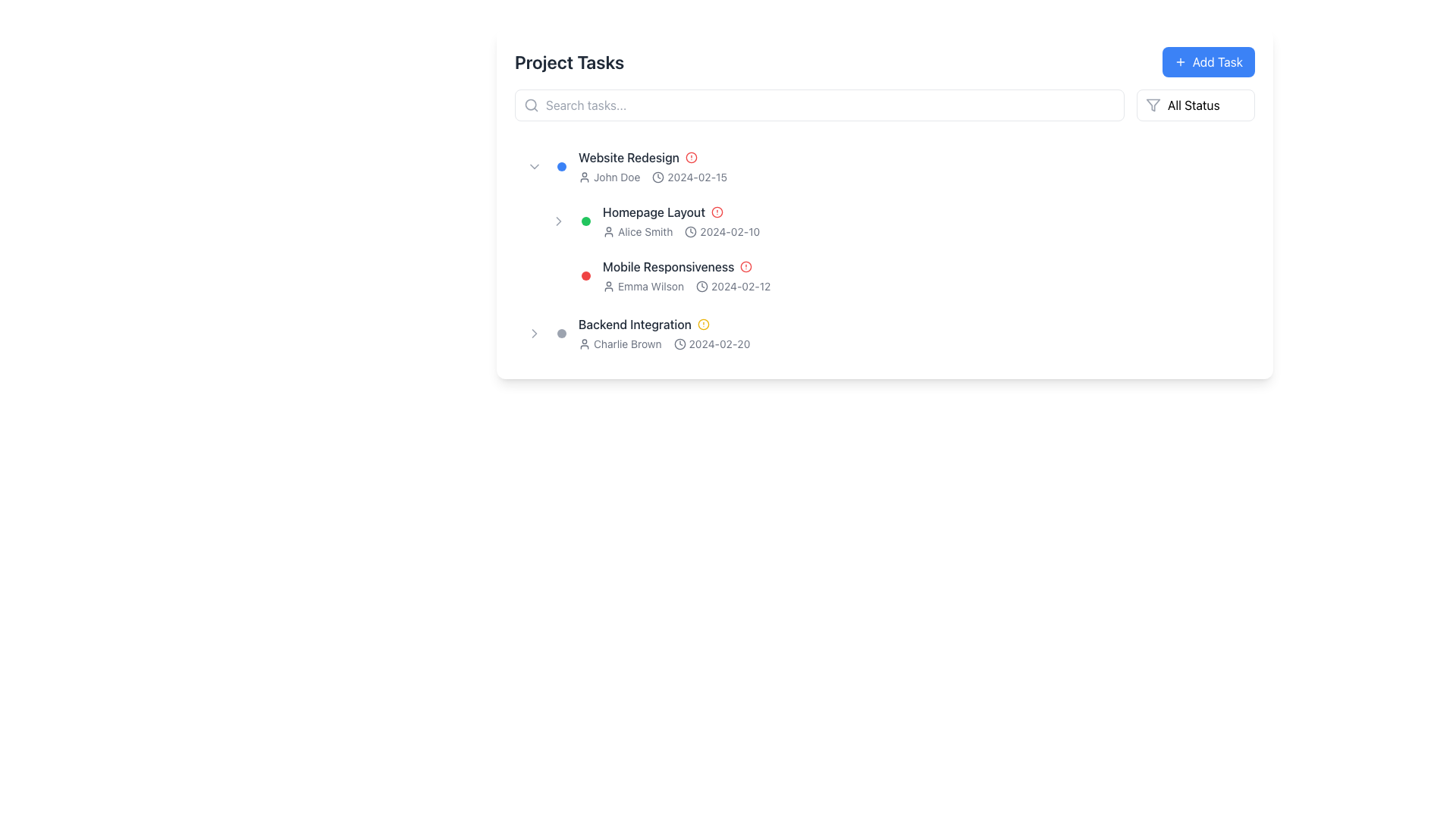 This screenshot has height=819, width=1456. Describe the element at coordinates (716, 212) in the screenshot. I see `the alert indicator icon located to the right of the text 'Homepage Layout' within the 'Project Tasks' section` at that location.